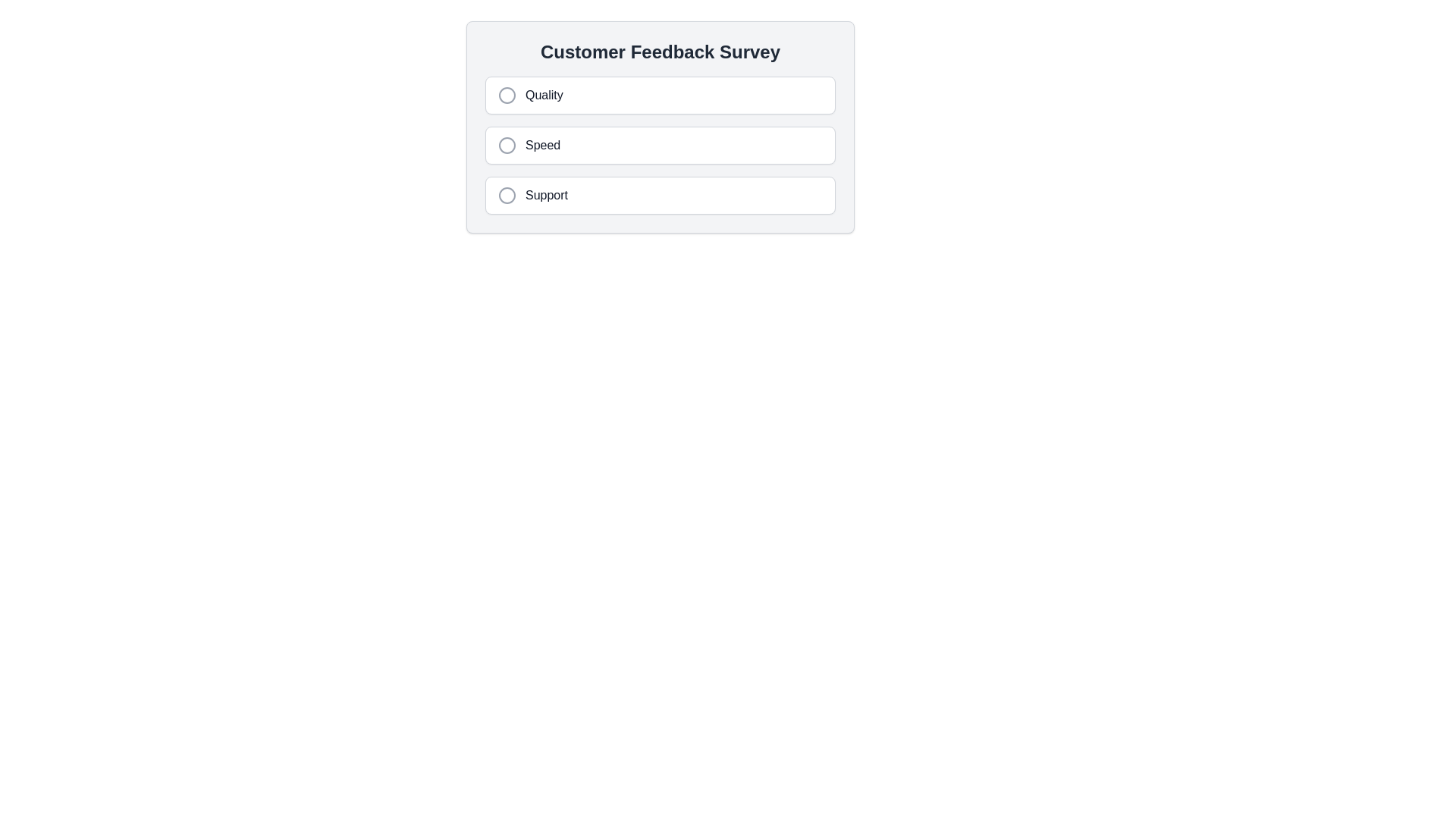 The width and height of the screenshot is (1456, 819). What do you see at coordinates (507, 195) in the screenshot?
I see `the radio button` at bounding box center [507, 195].